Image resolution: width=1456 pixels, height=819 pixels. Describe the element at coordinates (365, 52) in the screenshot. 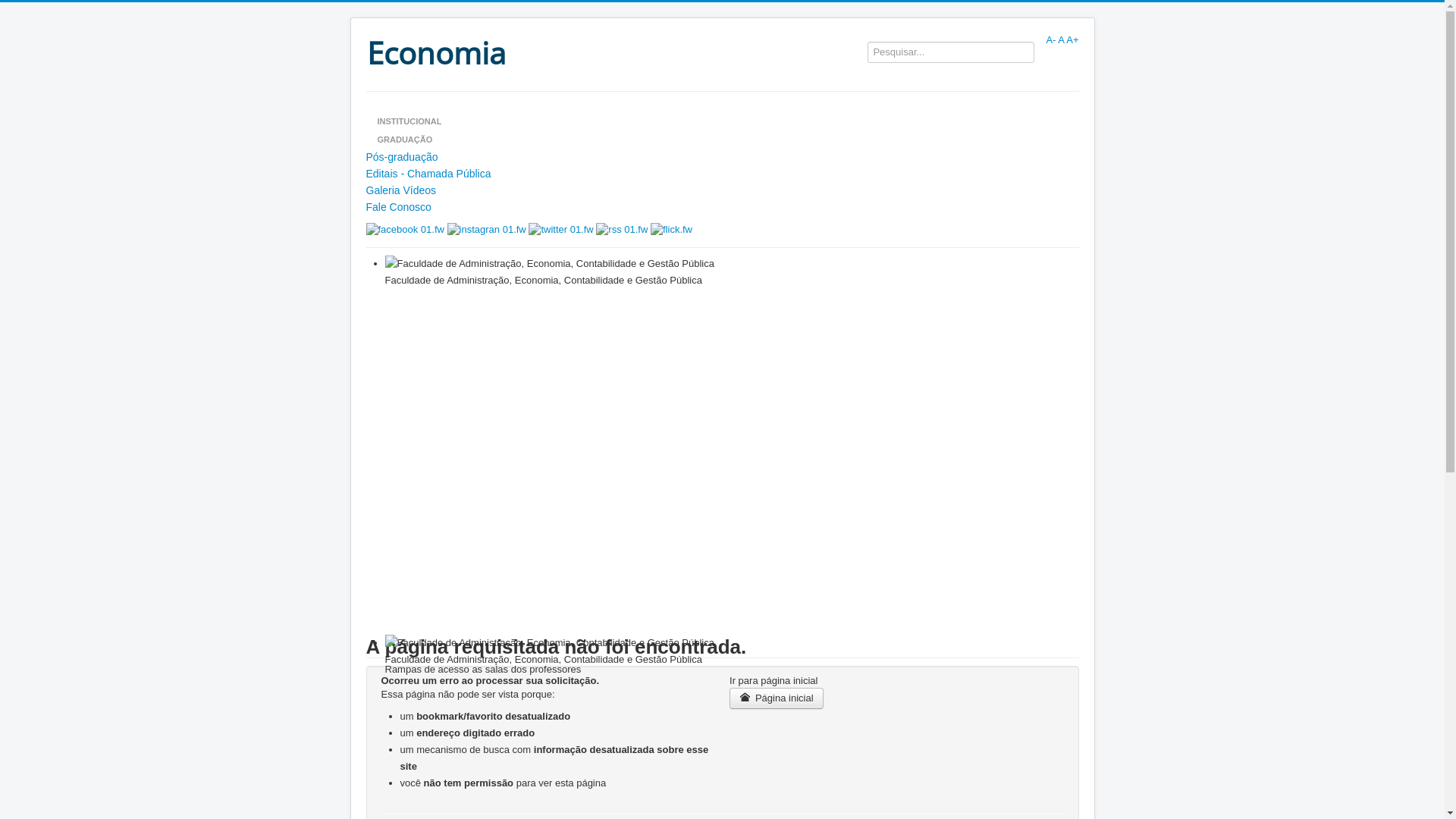

I see `'Economia'` at that location.